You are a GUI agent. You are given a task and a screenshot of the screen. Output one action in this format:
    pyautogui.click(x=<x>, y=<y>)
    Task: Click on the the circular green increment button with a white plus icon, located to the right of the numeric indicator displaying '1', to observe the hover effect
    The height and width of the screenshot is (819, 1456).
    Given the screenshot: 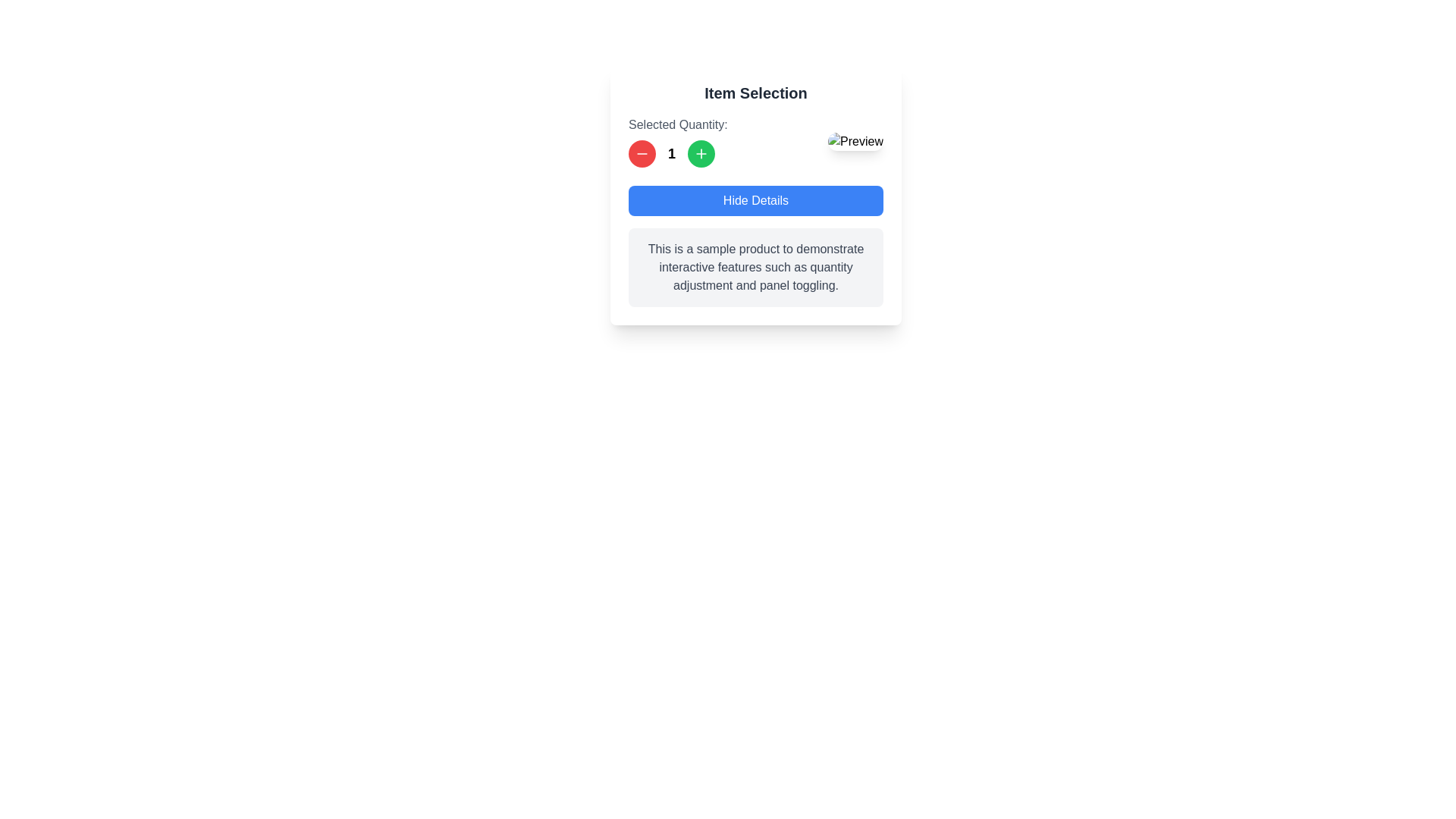 What is the action you would take?
    pyautogui.click(x=701, y=154)
    